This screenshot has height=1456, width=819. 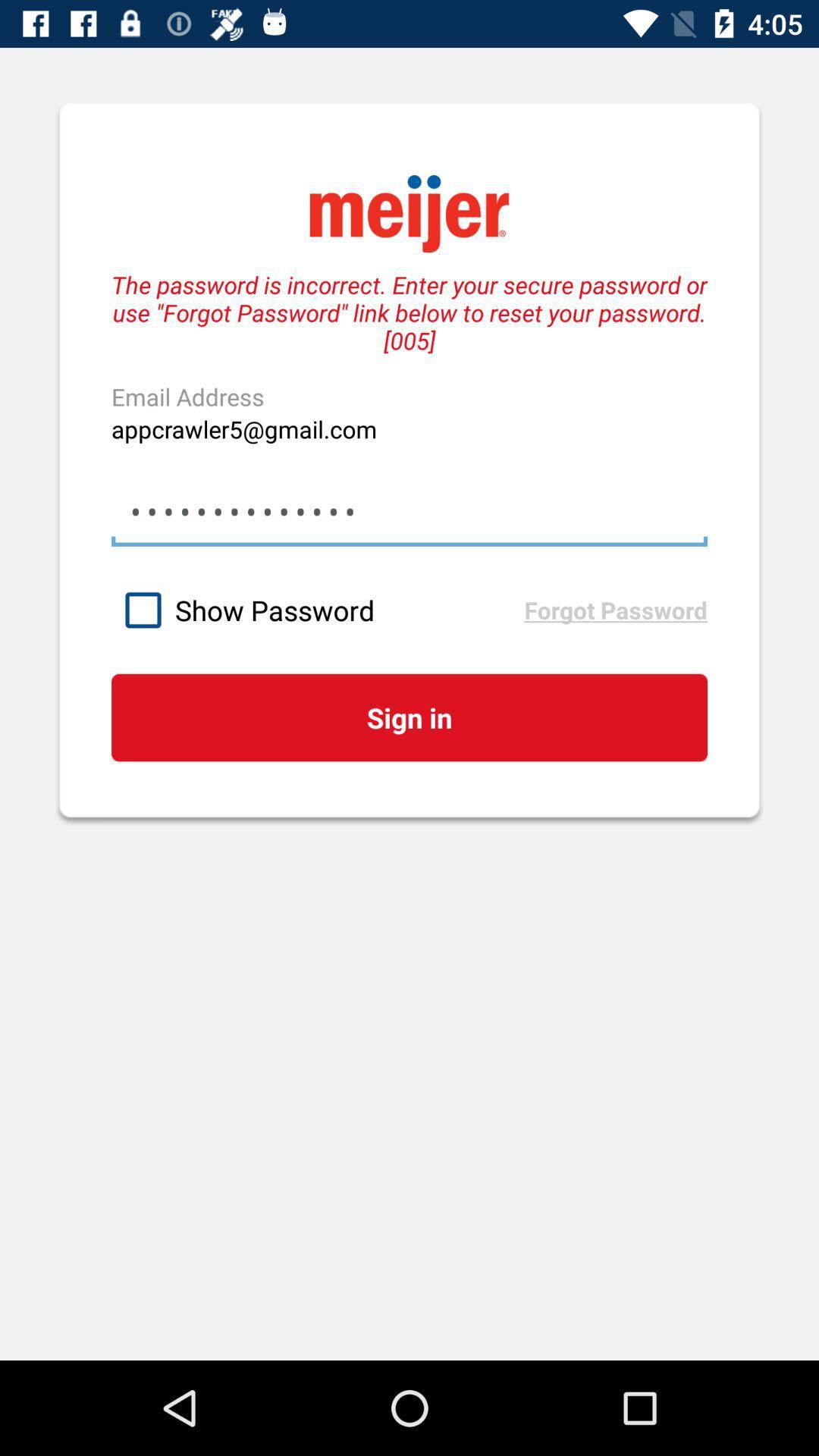 What do you see at coordinates (317, 610) in the screenshot?
I see `the icon next to the forgot password` at bounding box center [317, 610].